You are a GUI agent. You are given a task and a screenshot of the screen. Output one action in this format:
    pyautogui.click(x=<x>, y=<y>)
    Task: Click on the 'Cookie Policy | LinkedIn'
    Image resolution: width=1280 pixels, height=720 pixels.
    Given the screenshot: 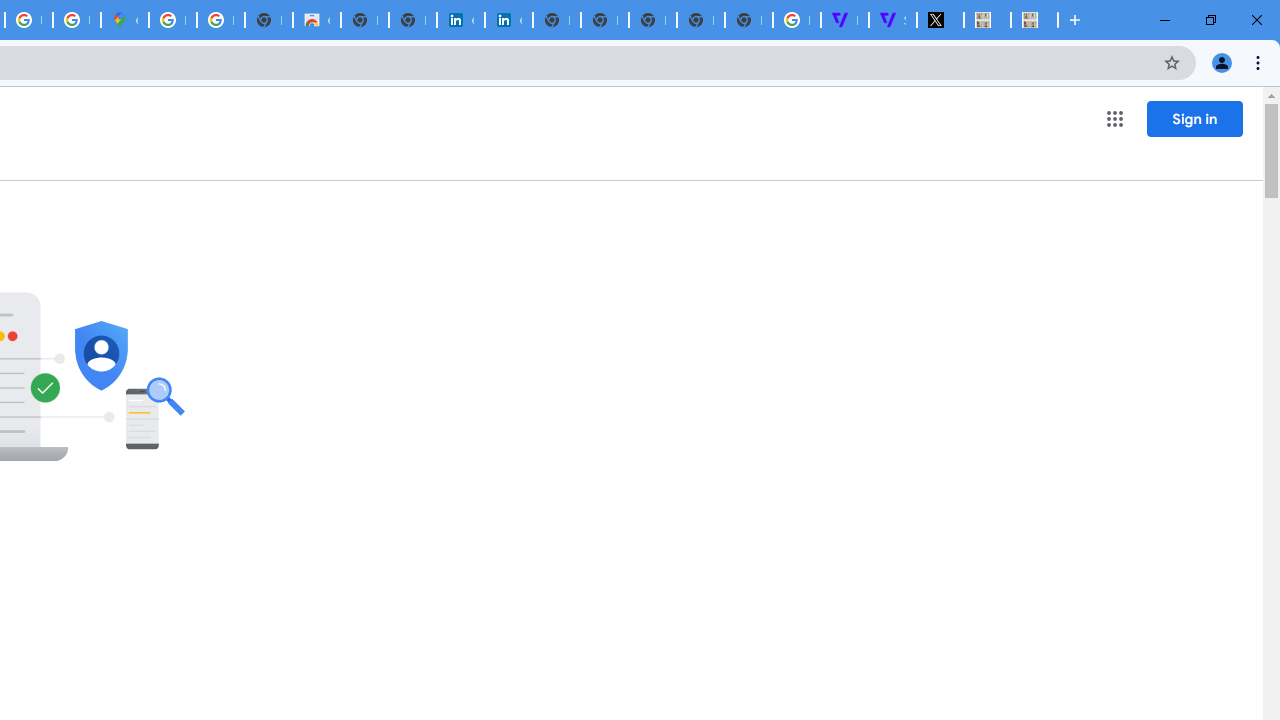 What is the action you would take?
    pyautogui.click(x=459, y=20)
    